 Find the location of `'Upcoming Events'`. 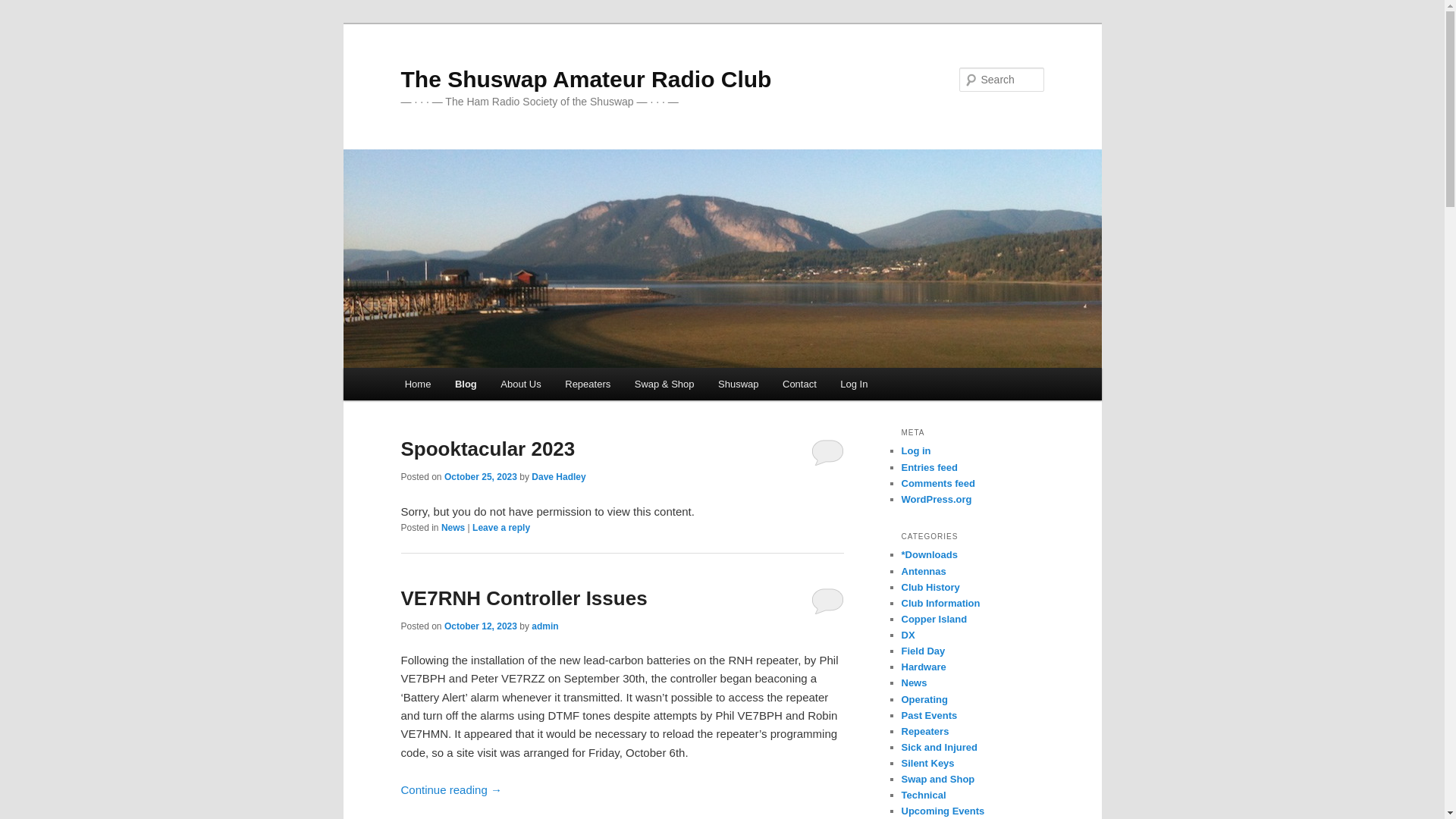

'Upcoming Events' is located at coordinates (942, 810).